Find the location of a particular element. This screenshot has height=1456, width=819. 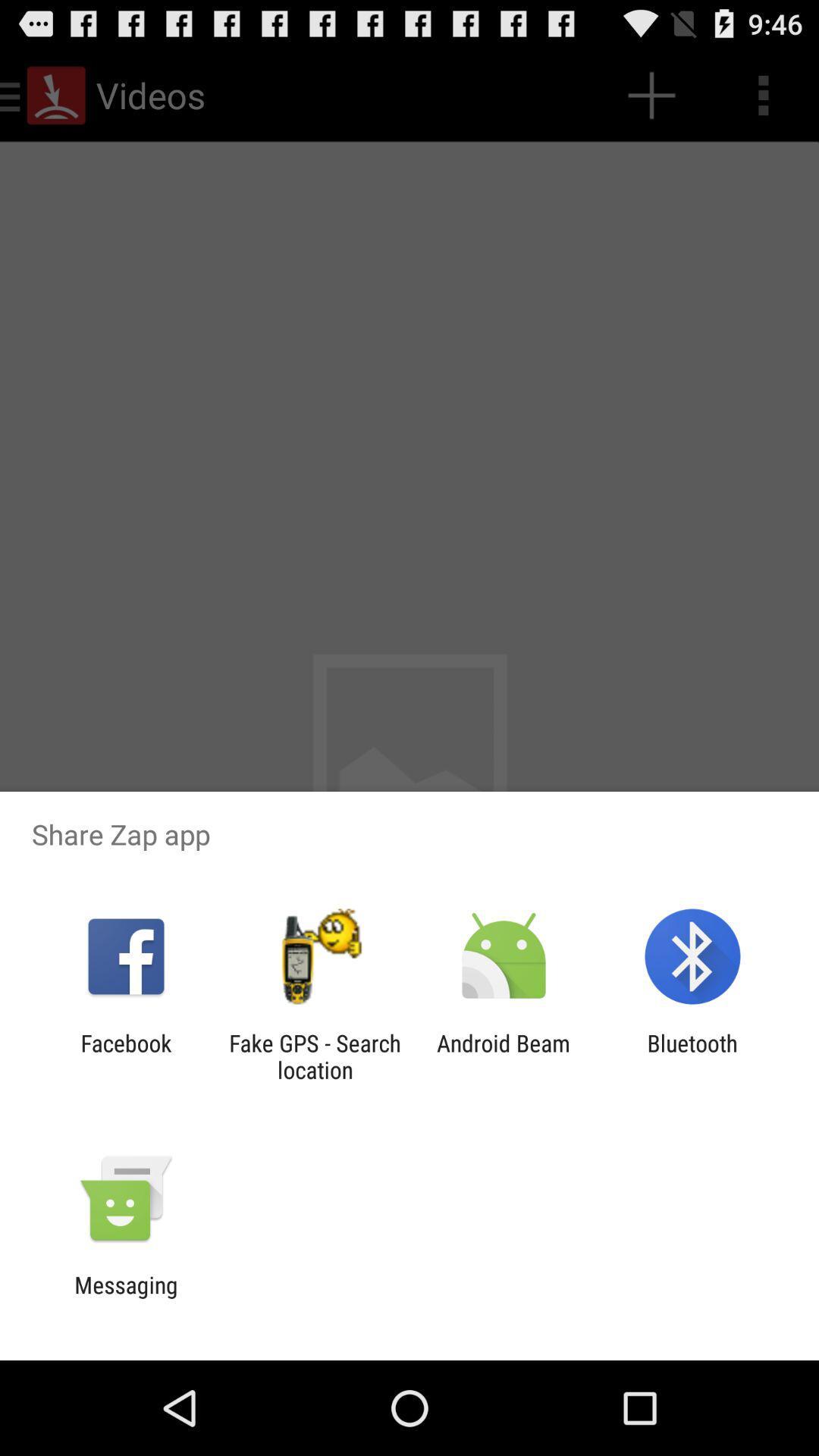

the item at the bottom right corner is located at coordinates (692, 1056).